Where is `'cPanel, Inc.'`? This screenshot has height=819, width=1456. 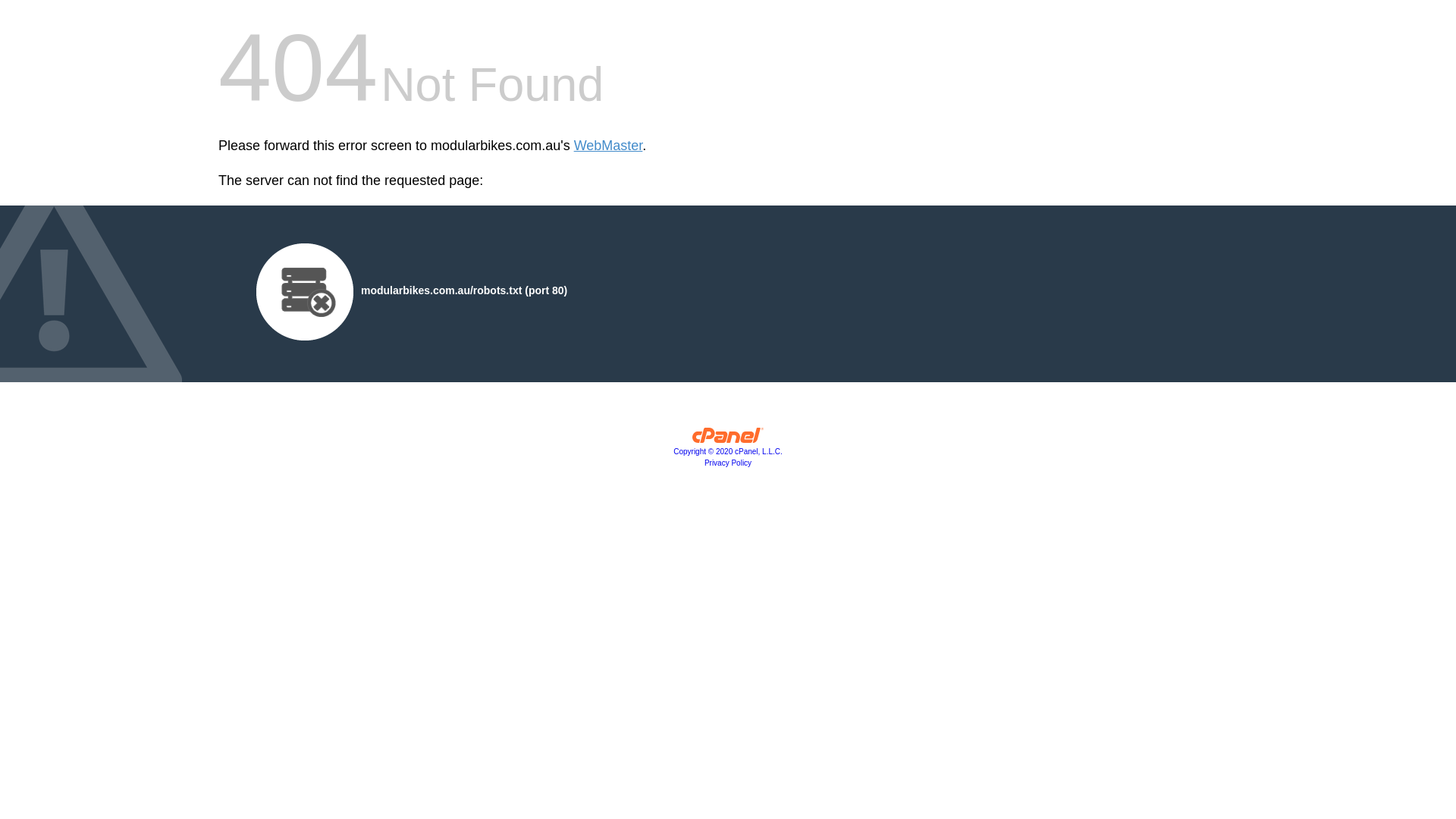 'cPanel, Inc.' is located at coordinates (728, 438).